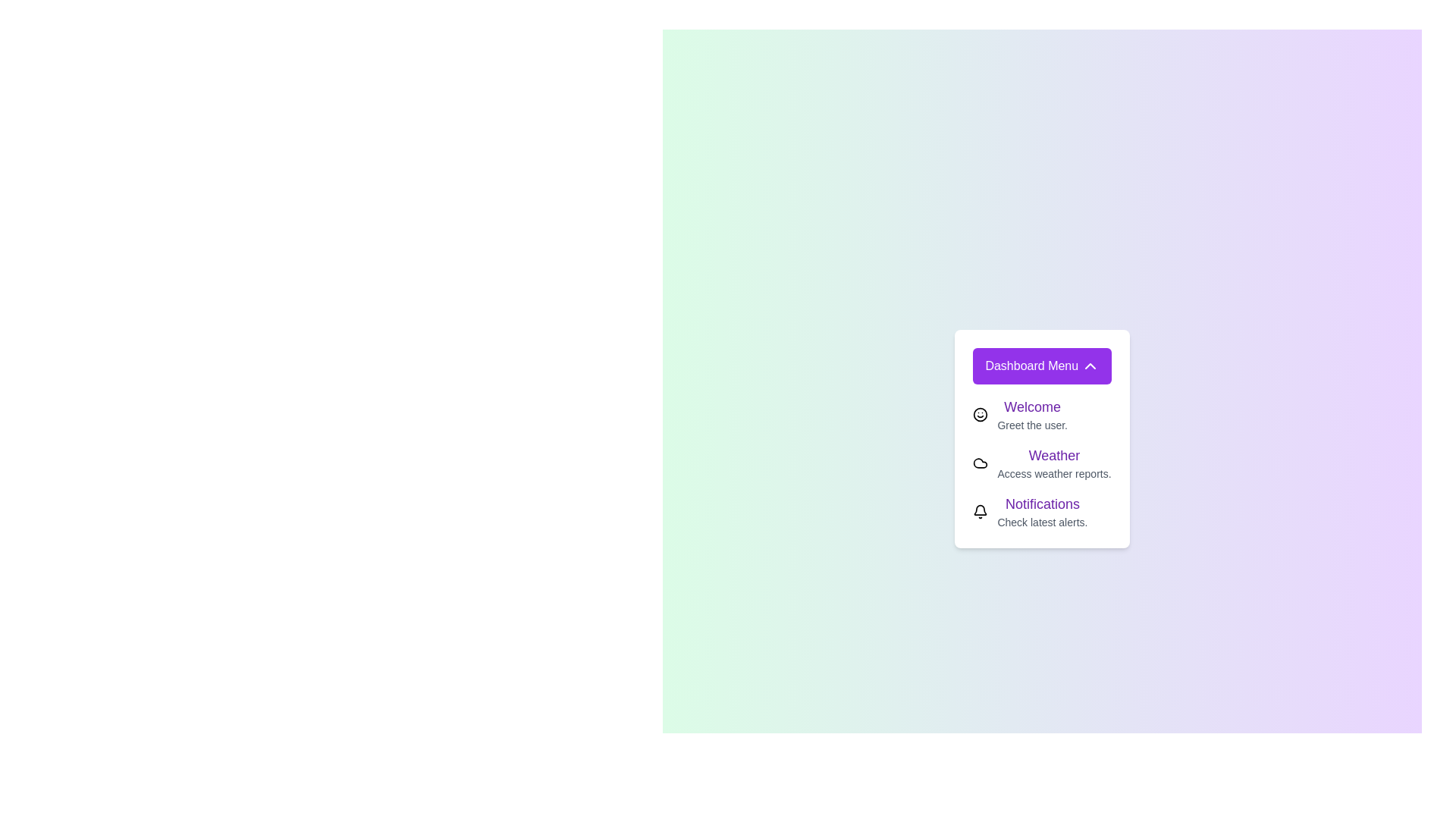  Describe the element at coordinates (1040, 366) in the screenshot. I see `the 'Dashboard Menu' button to toggle the menu visibility` at that location.